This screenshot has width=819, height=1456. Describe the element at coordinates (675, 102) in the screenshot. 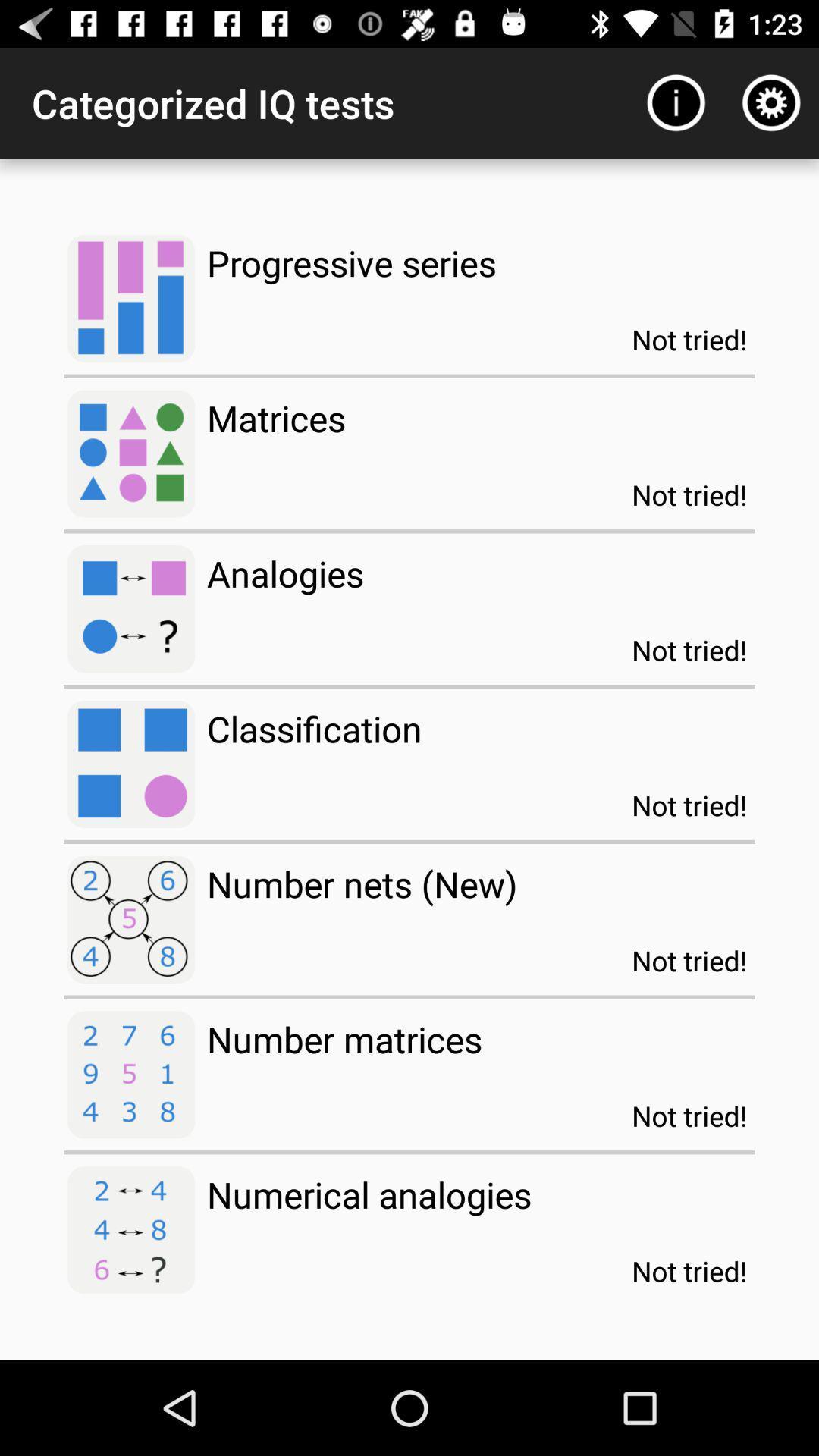

I see `item to the right of categorized iq tests app` at that location.